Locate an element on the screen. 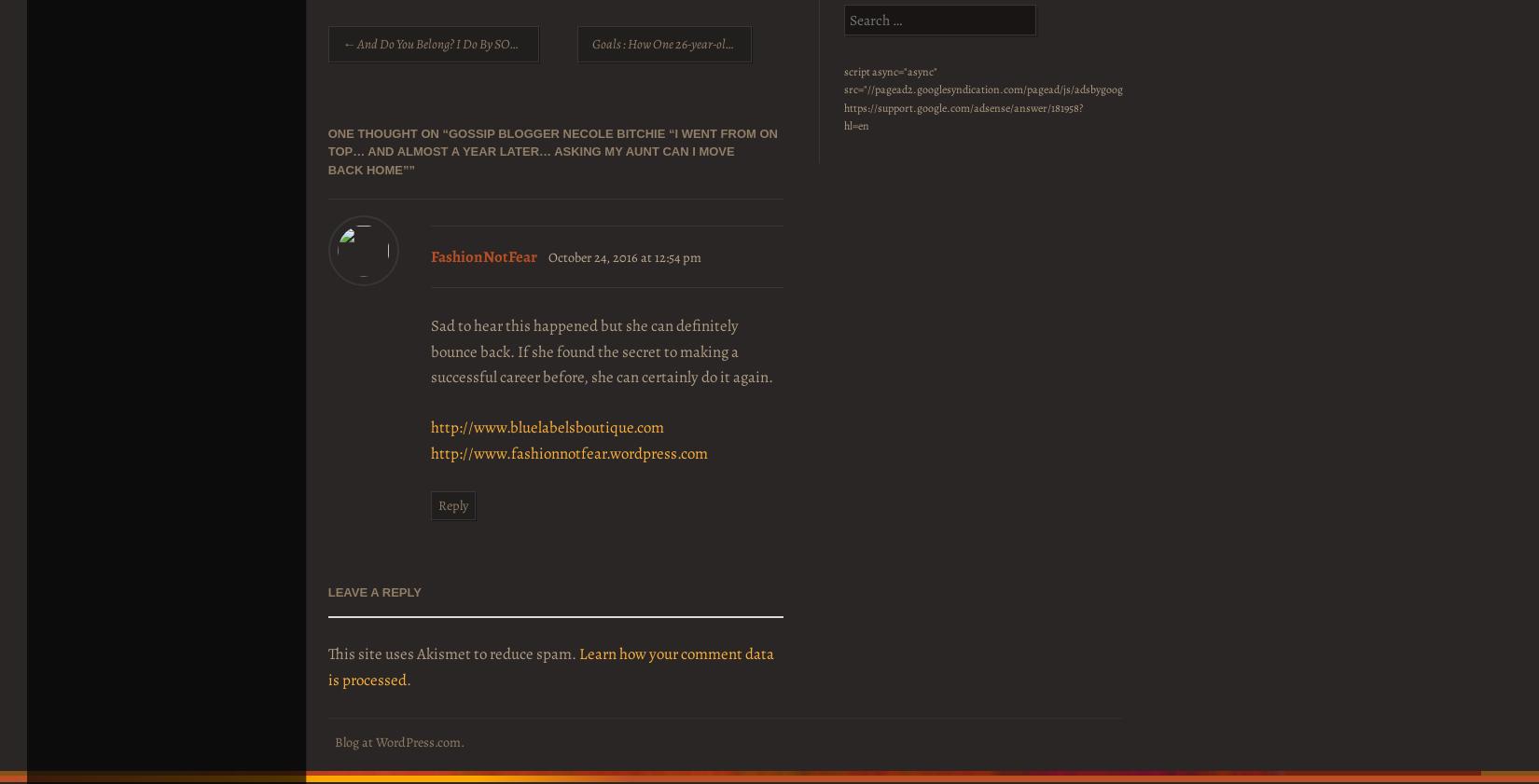 The height and width of the screenshot is (784, 1539). 'Gossip Blogger Necole Bitchie  “I went from on top… and almost a year later… asking my aunt can I move back home”' is located at coordinates (551, 149).